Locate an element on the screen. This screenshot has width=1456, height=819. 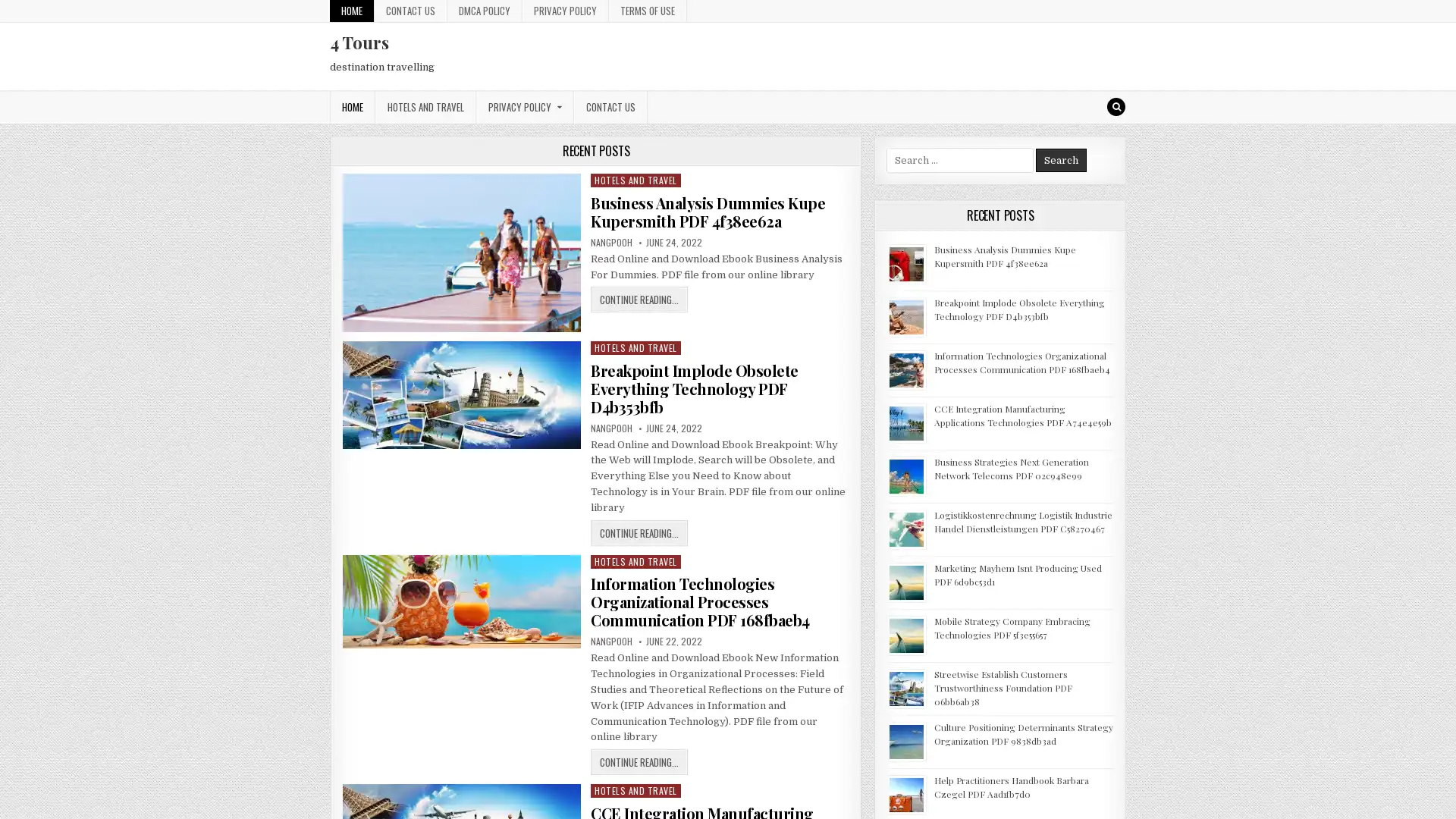
Search is located at coordinates (1060, 160).